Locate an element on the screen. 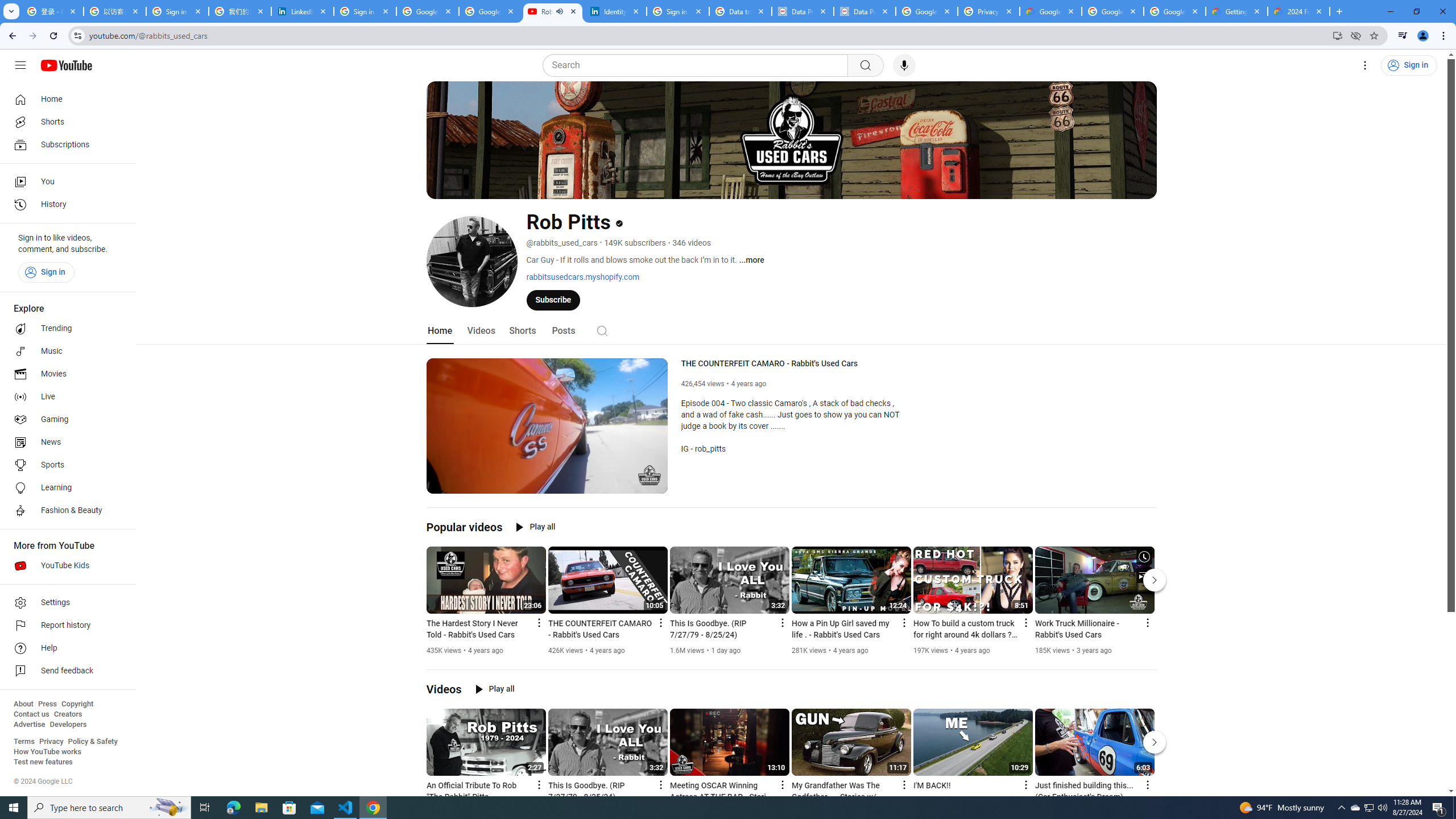 This screenshot has width=1456, height=819. 'Press' is located at coordinates (47, 704).